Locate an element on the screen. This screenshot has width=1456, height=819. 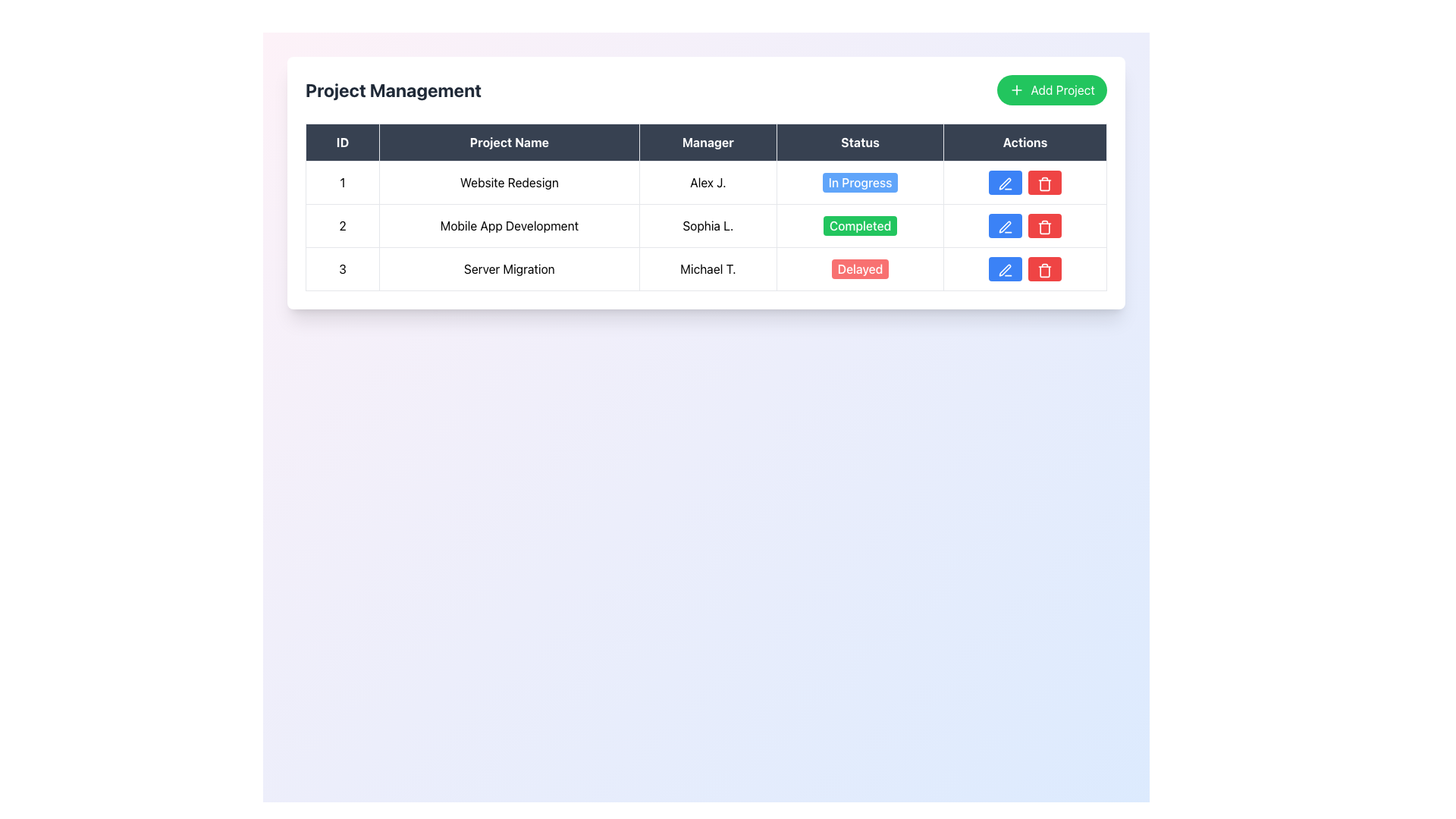
the 'Delayed' status button in the 'Status' column of the third row for the 'Server Migration' project managed by 'Michael T.' is located at coordinates (860, 268).